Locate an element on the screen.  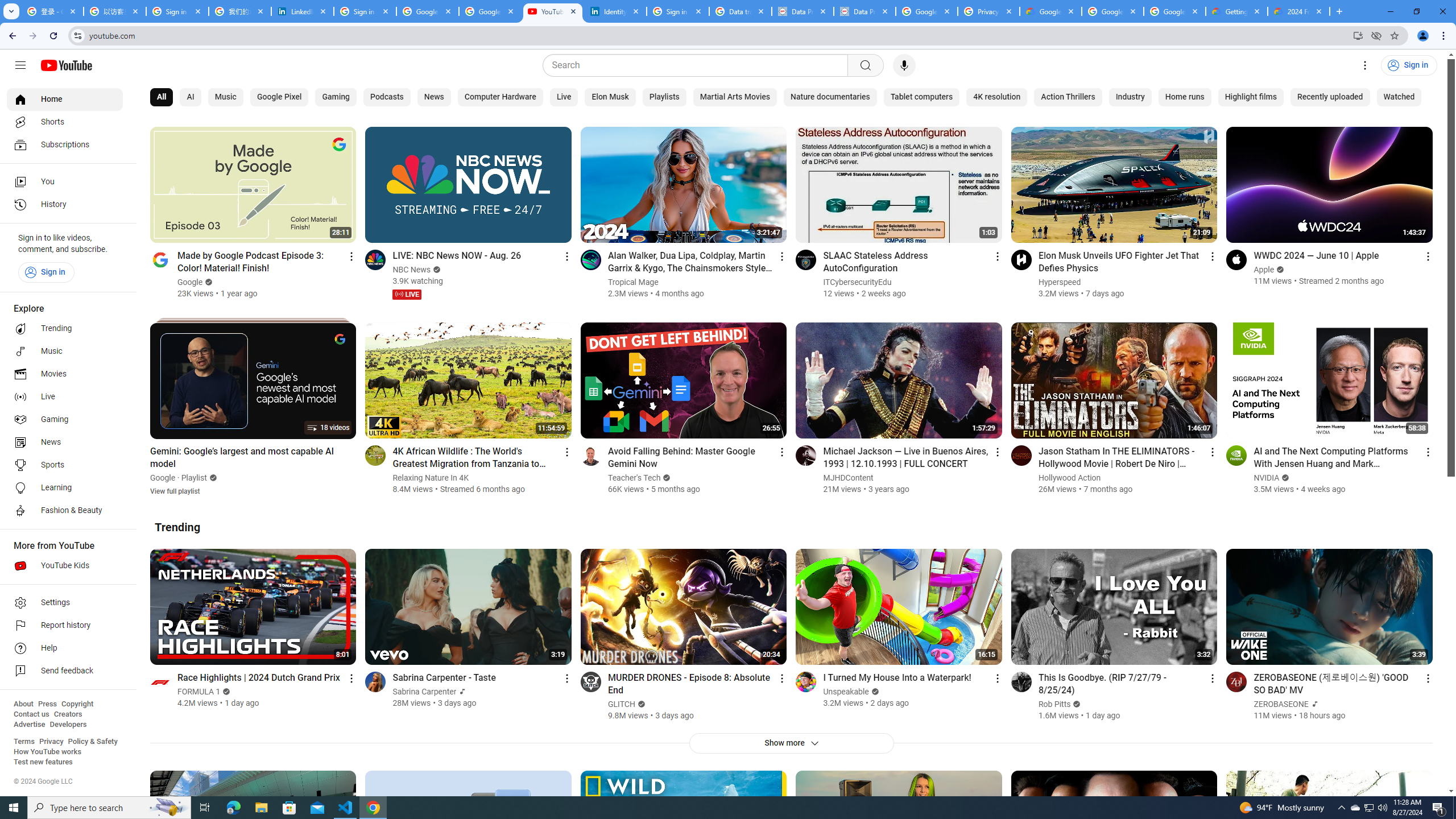
'All' is located at coordinates (162, 97).